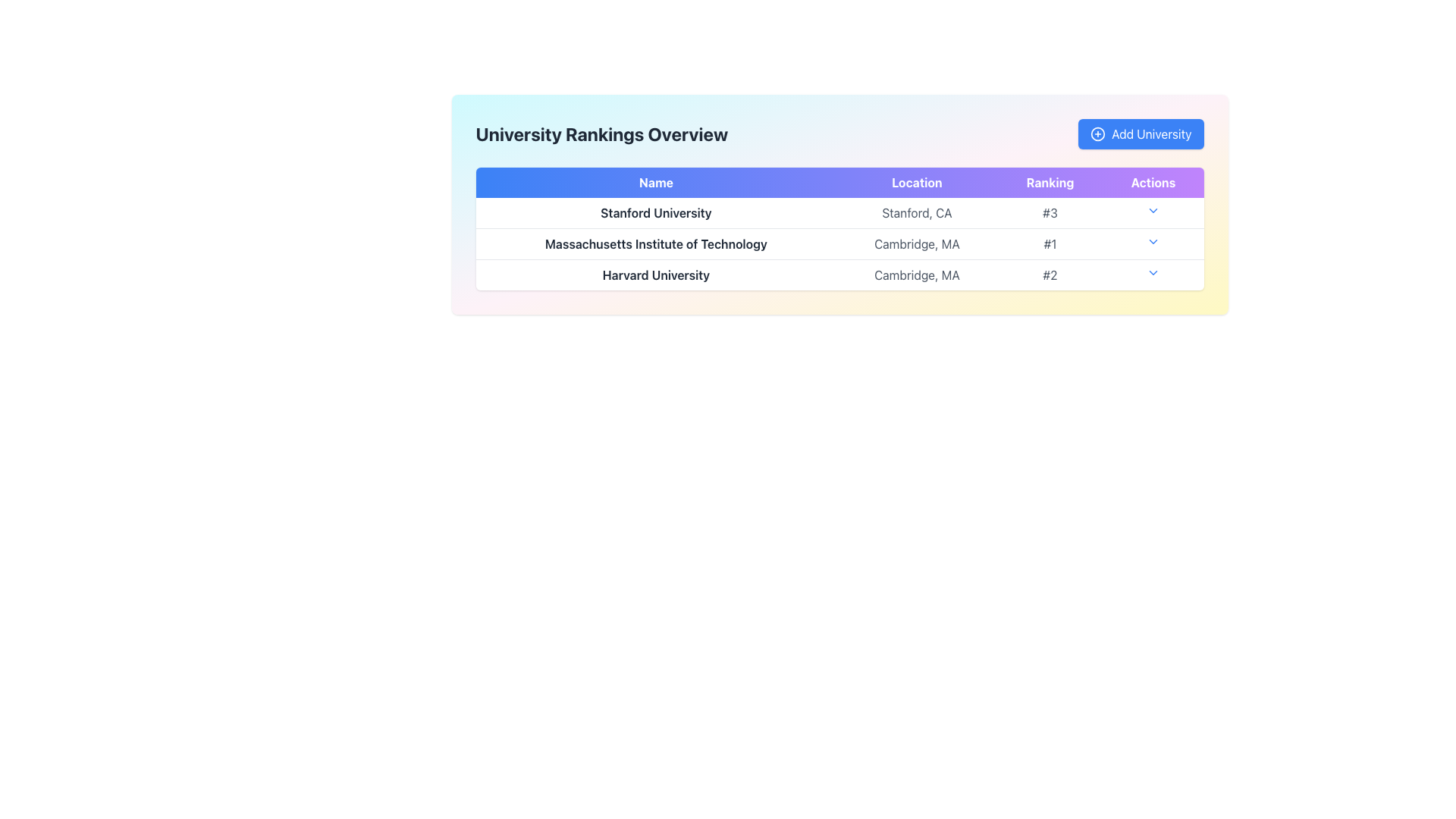 This screenshot has height=819, width=1456. What do you see at coordinates (1050, 213) in the screenshot?
I see `the ranking position text for Stanford University in the university ranking table, located between the 'Location' column and the 'Actions' column` at bounding box center [1050, 213].